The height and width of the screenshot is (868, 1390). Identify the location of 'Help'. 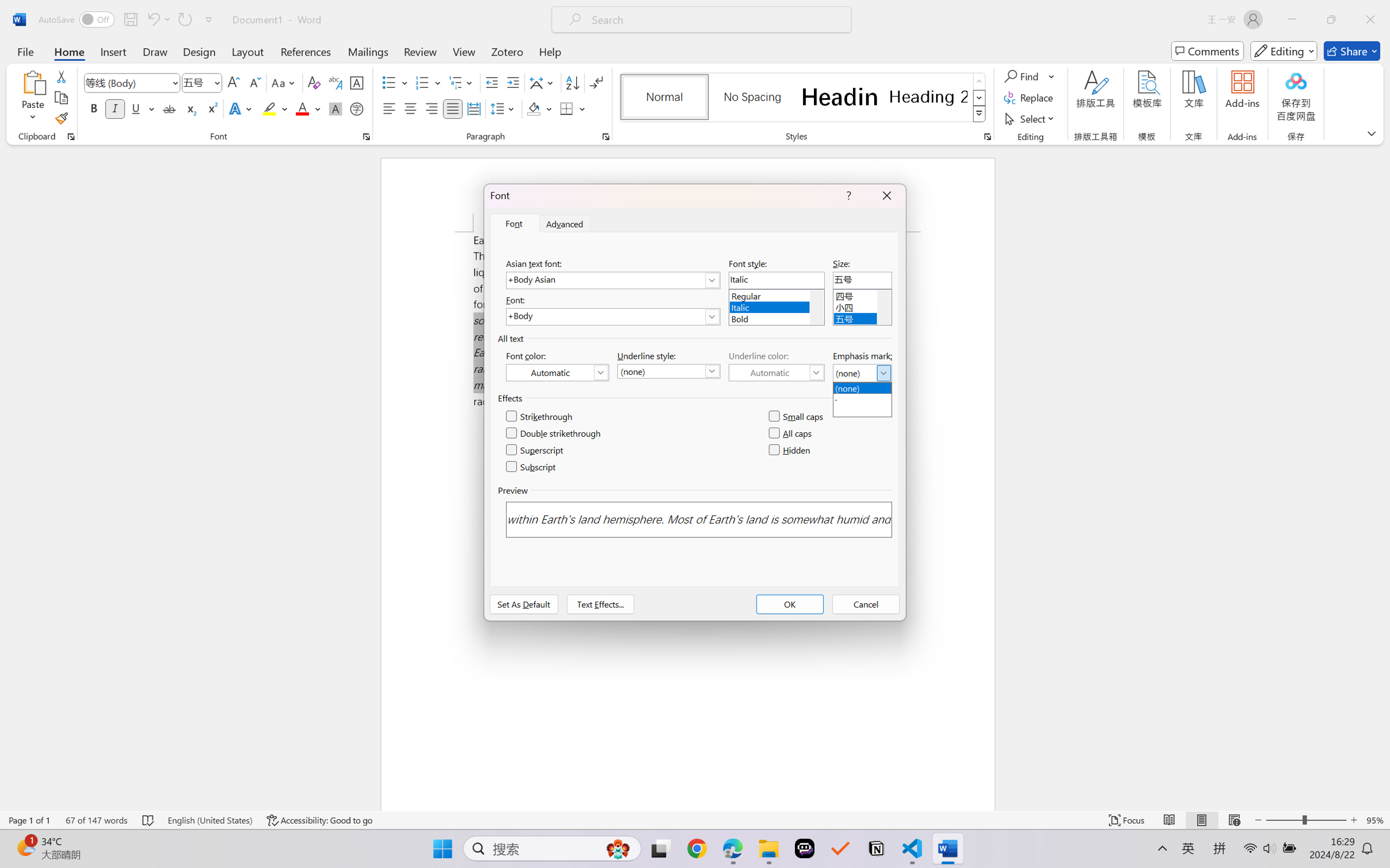
(549, 51).